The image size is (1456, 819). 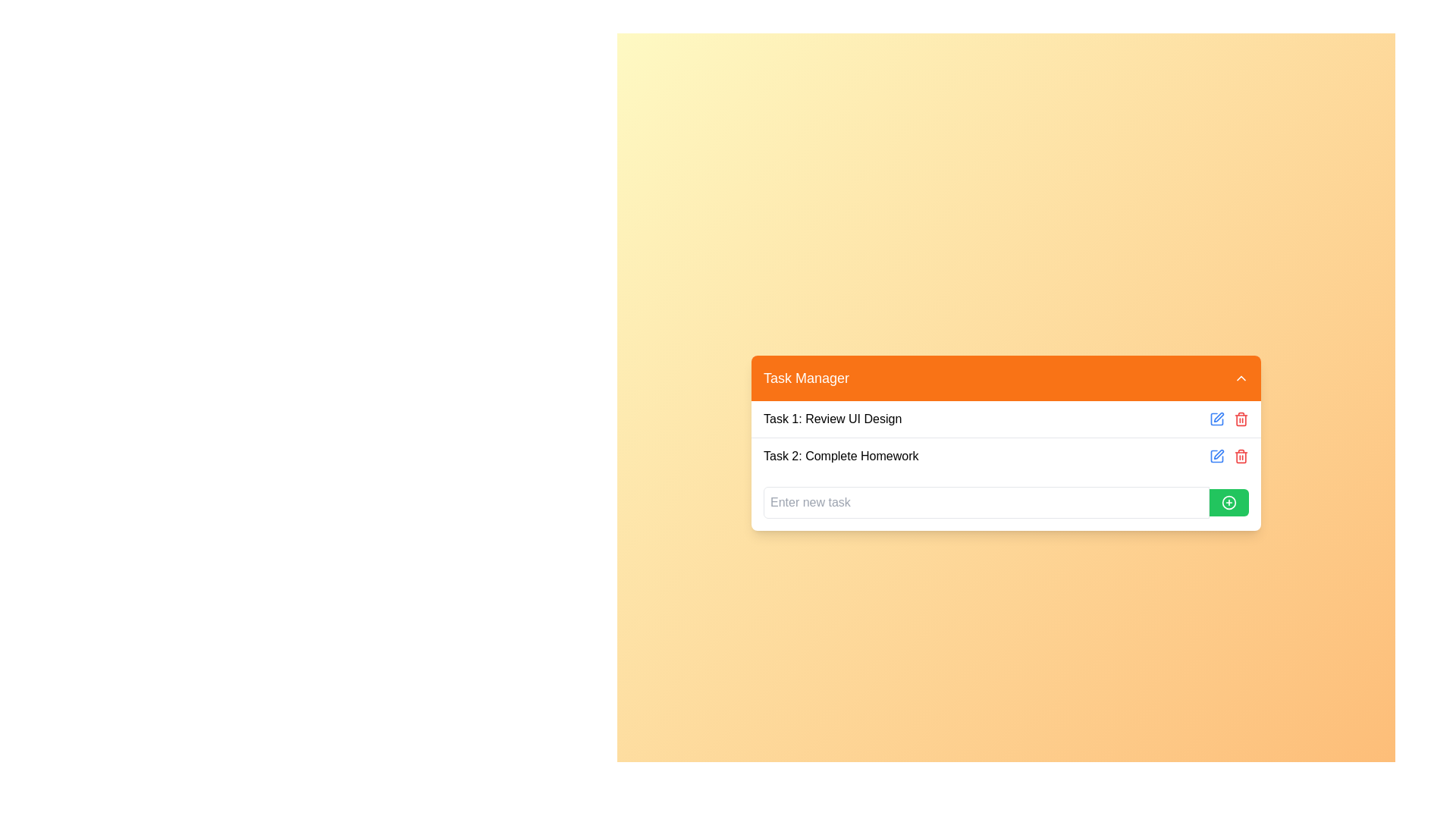 What do you see at coordinates (1216, 455) in the screenshot?
I see `the edit icon located in the action bar of the second task in the Task Manager` at bounding box center [1216, 455].